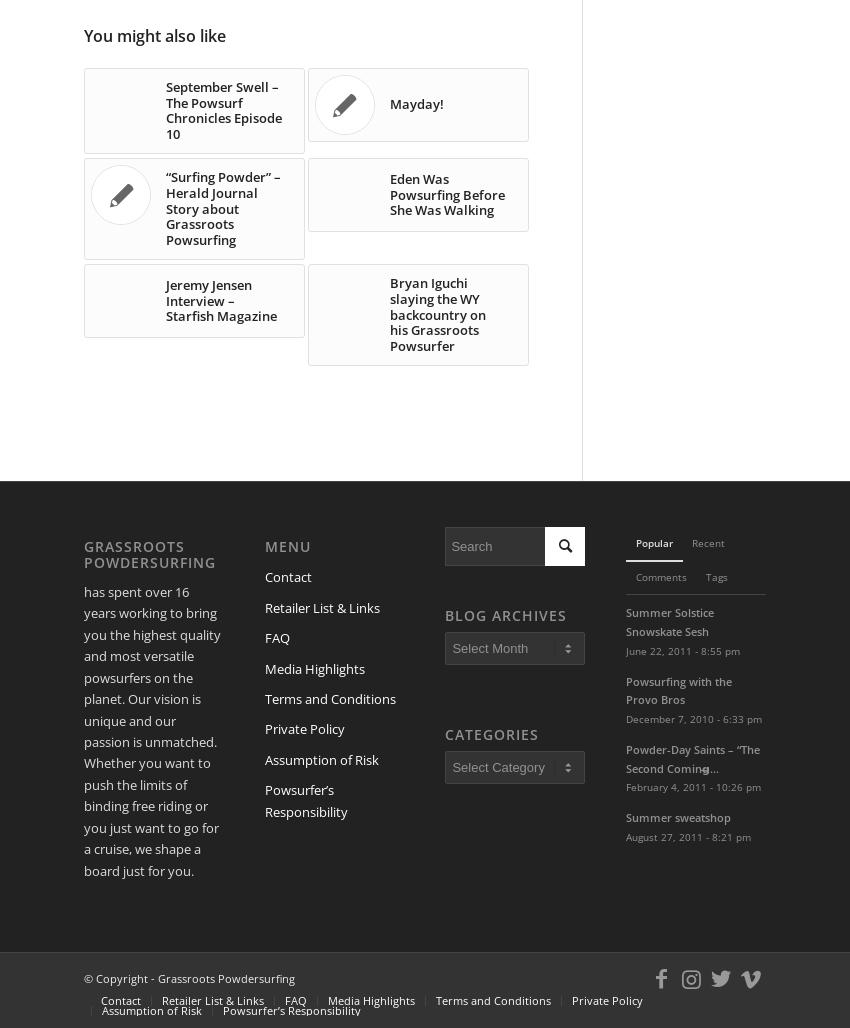 Image resolution: width=850 pixels, height=1028 pixels. What do you see at coordinates (285, 546) in the screenshot?
I see `'Menu'` at bounding box center [285, 546].